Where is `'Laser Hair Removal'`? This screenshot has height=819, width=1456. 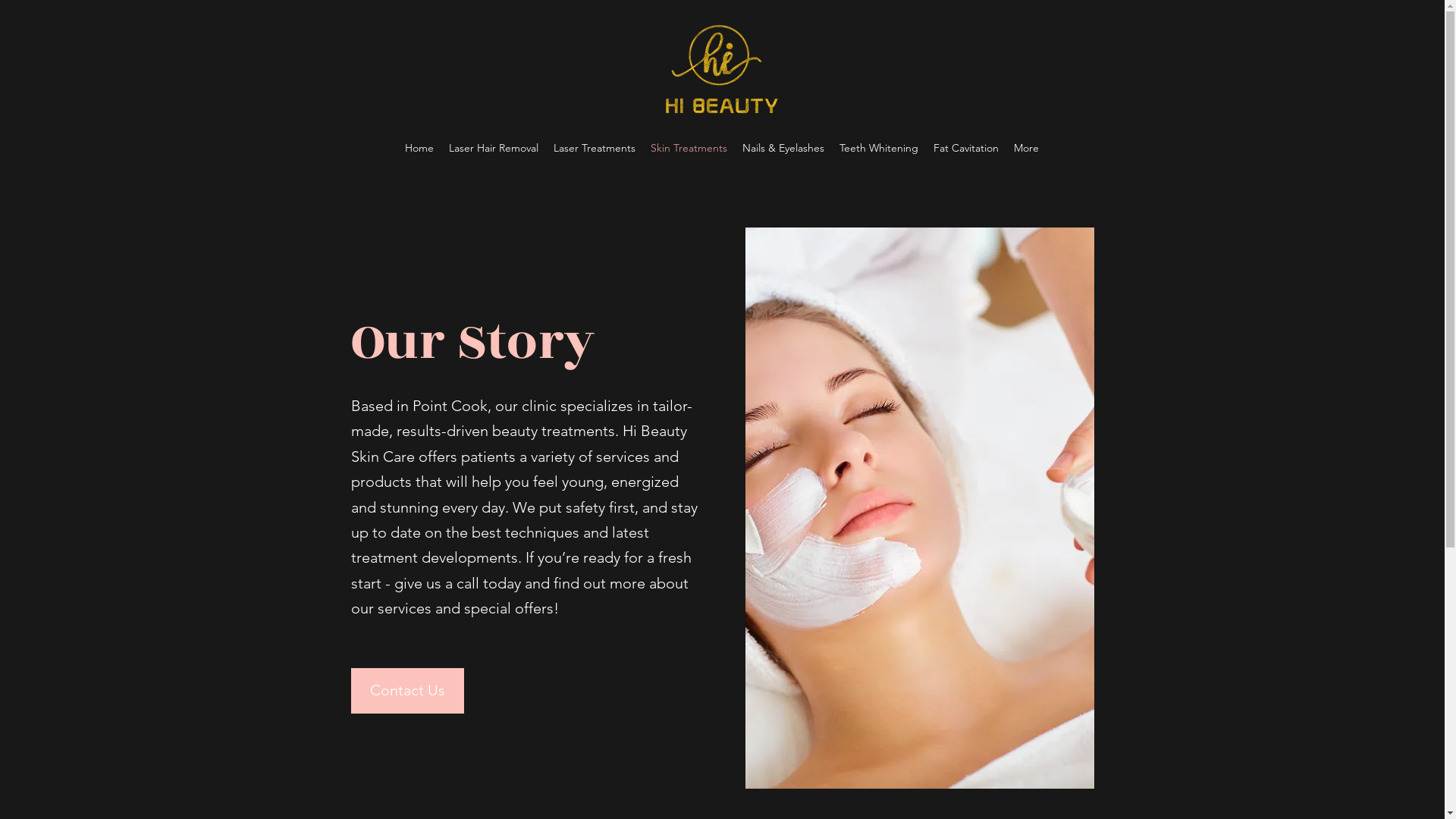
'Laser Hair Removal' is located at coordinates (440, 148).